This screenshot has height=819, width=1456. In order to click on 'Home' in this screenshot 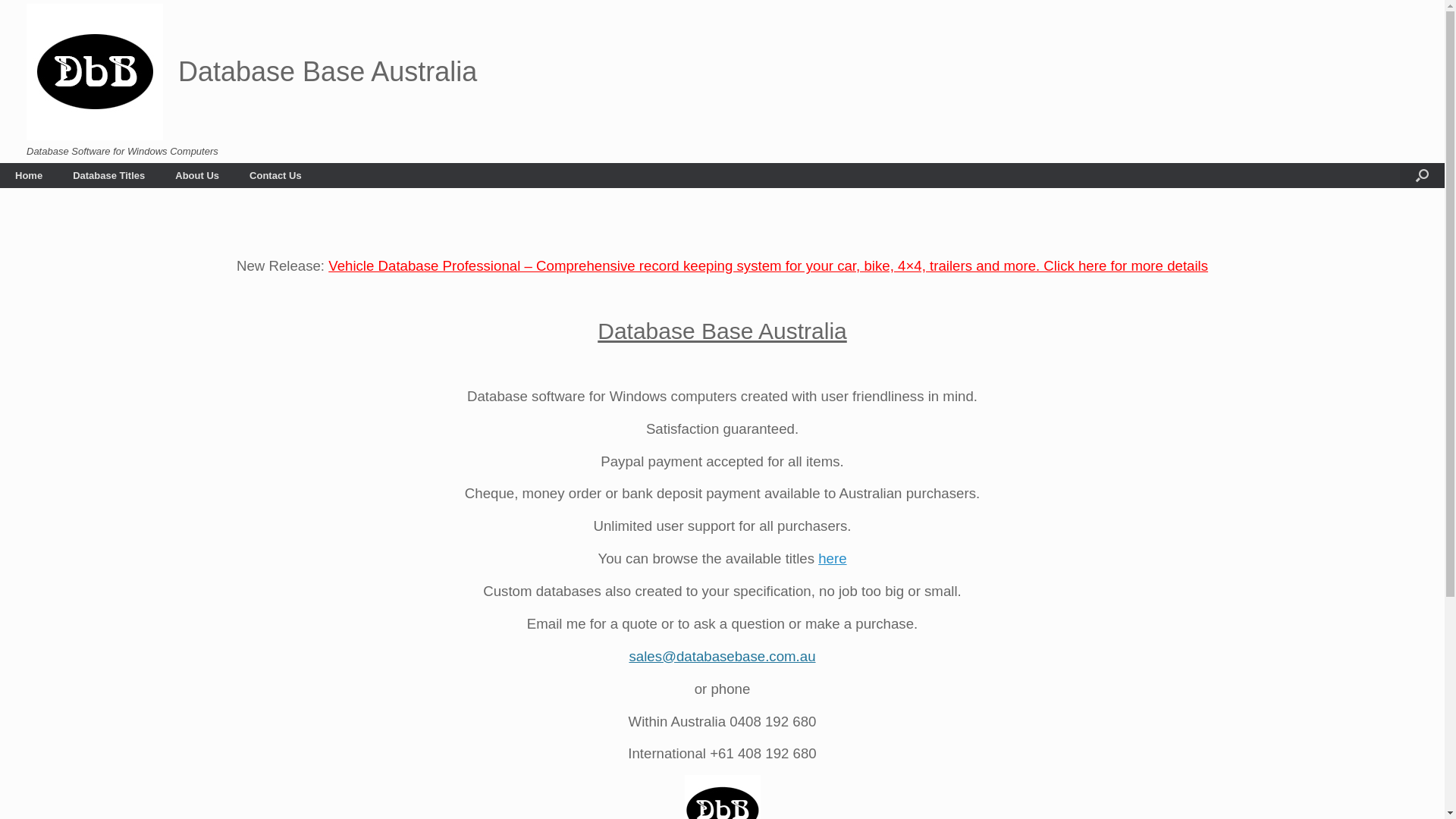, I will do `click(29, 174)`.